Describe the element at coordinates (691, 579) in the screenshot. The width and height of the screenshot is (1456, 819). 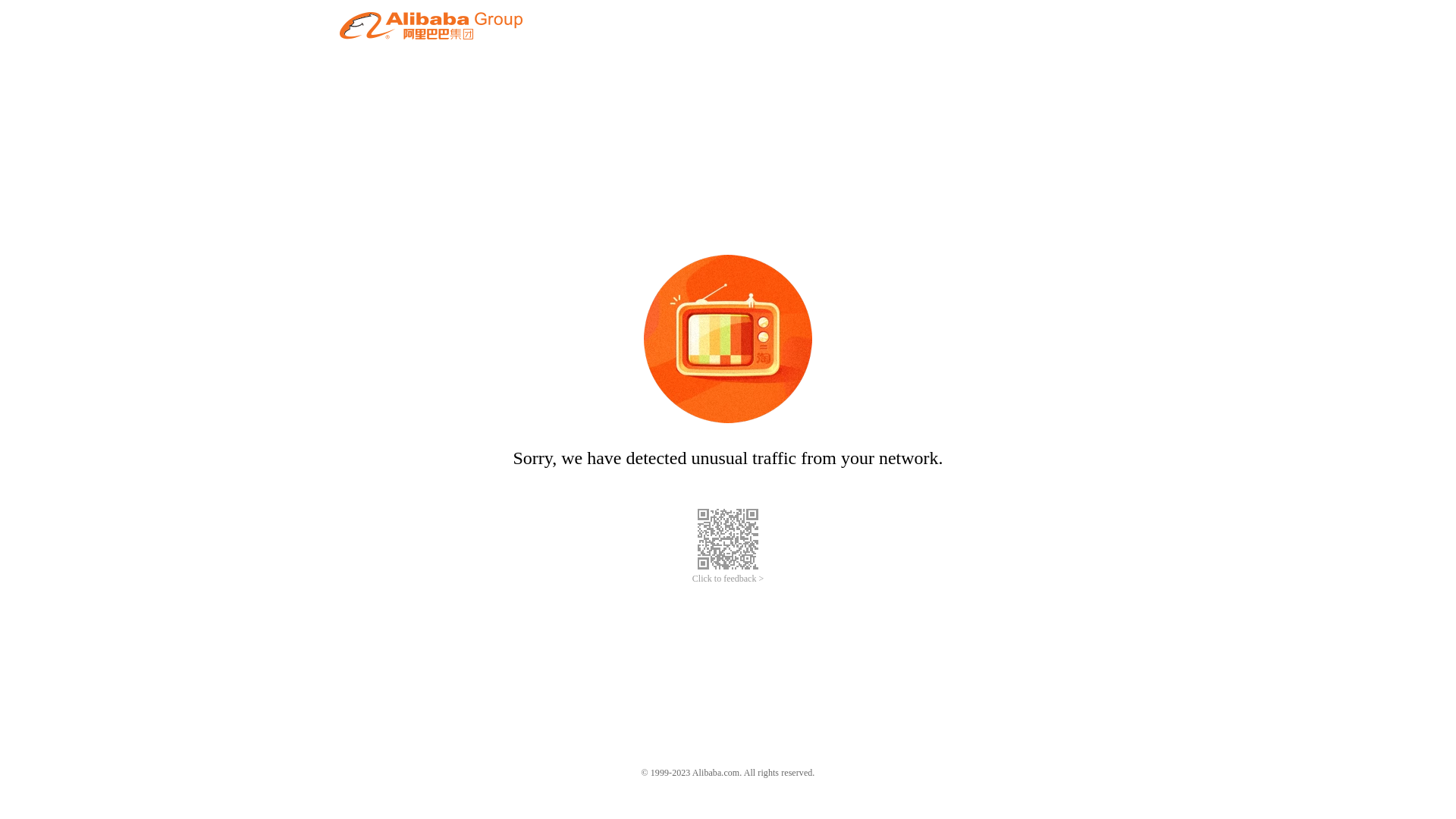
I see `'Click to feedback >'` at that location.